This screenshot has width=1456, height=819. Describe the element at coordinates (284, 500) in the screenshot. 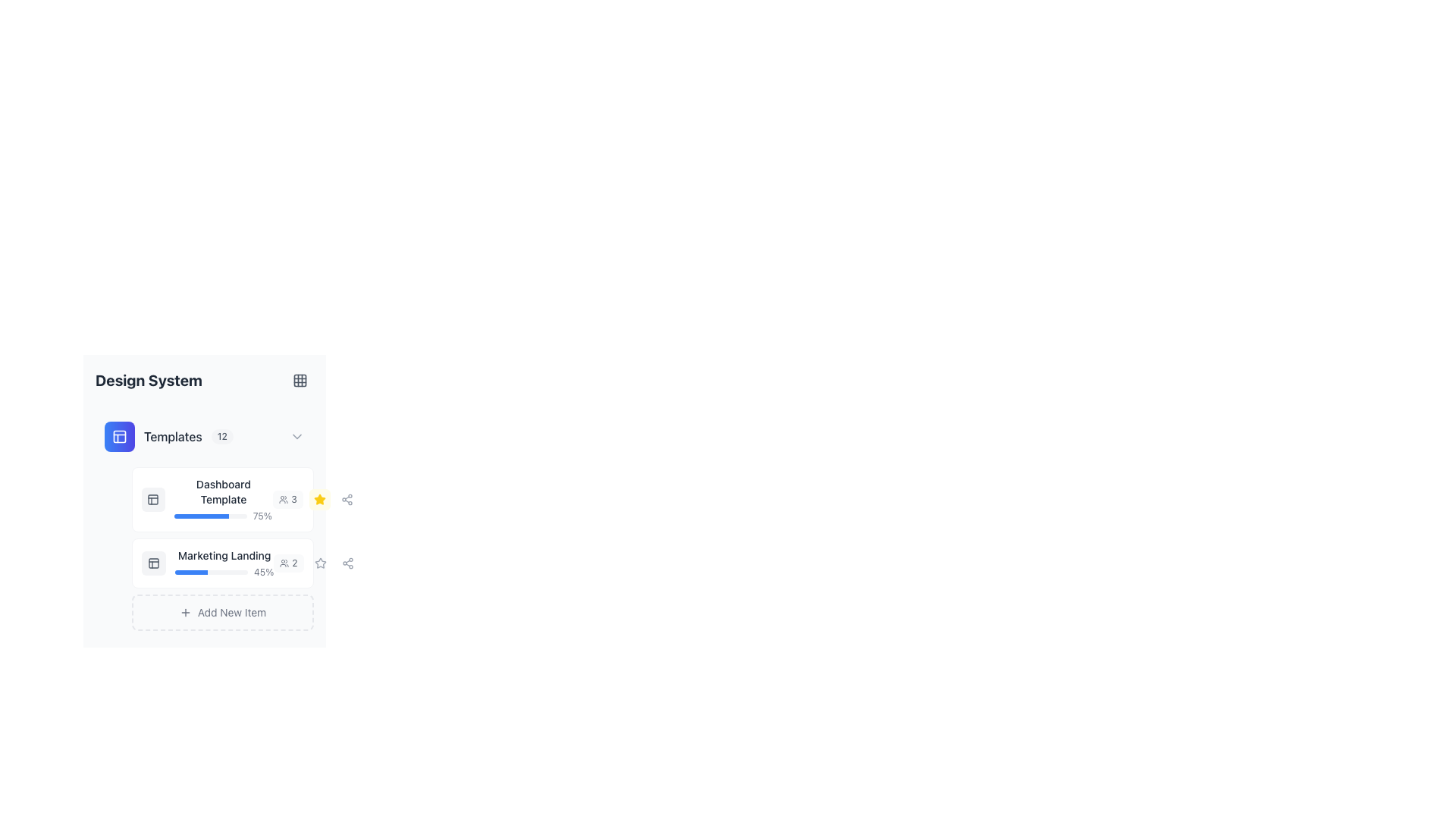

I see `the icon styled with a circular outline and filled with gray color, located within a button-like element next to the text '3'` at that location.